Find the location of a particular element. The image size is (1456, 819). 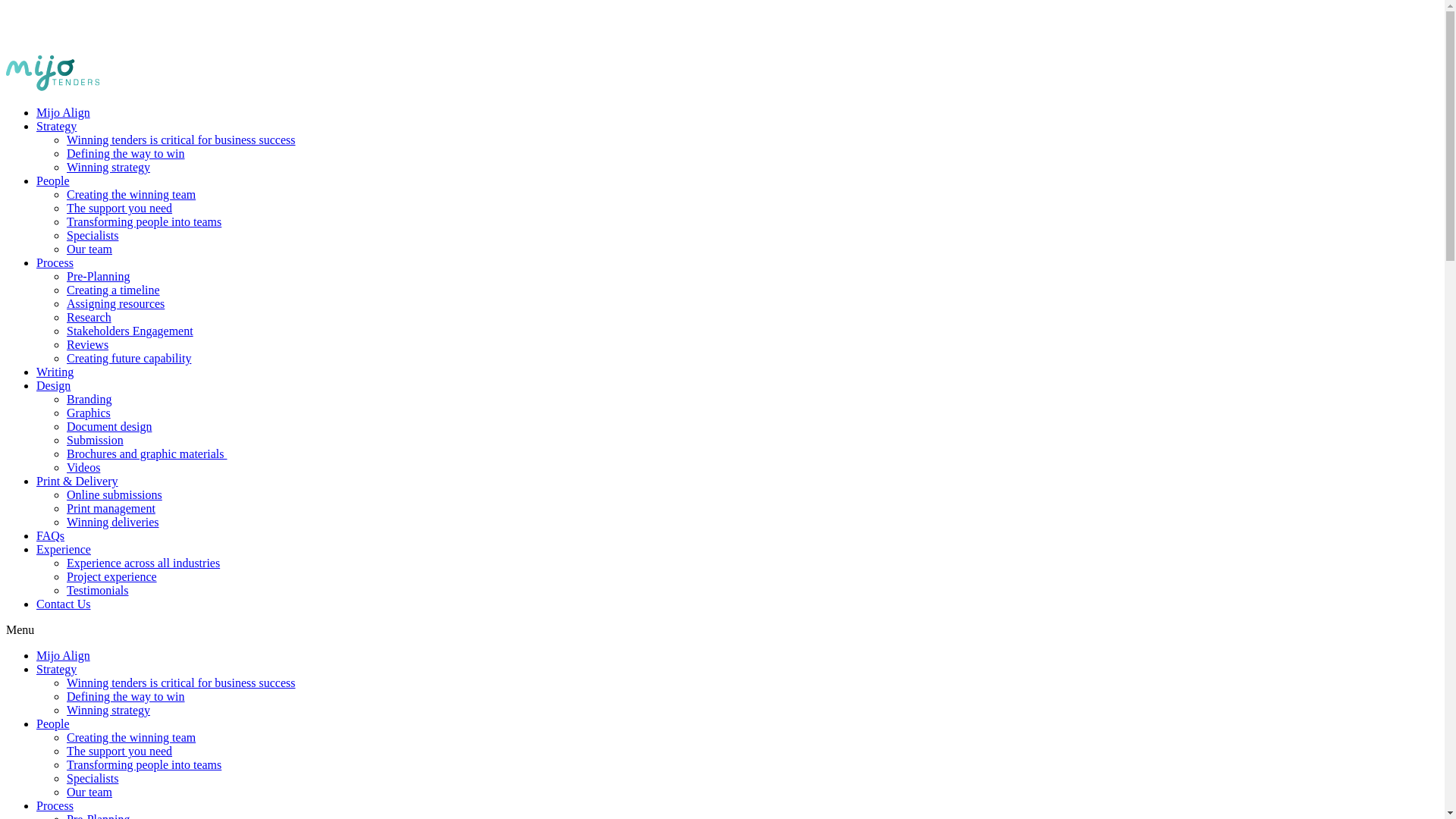

'The support you need' is located at coordinates (65, 751).